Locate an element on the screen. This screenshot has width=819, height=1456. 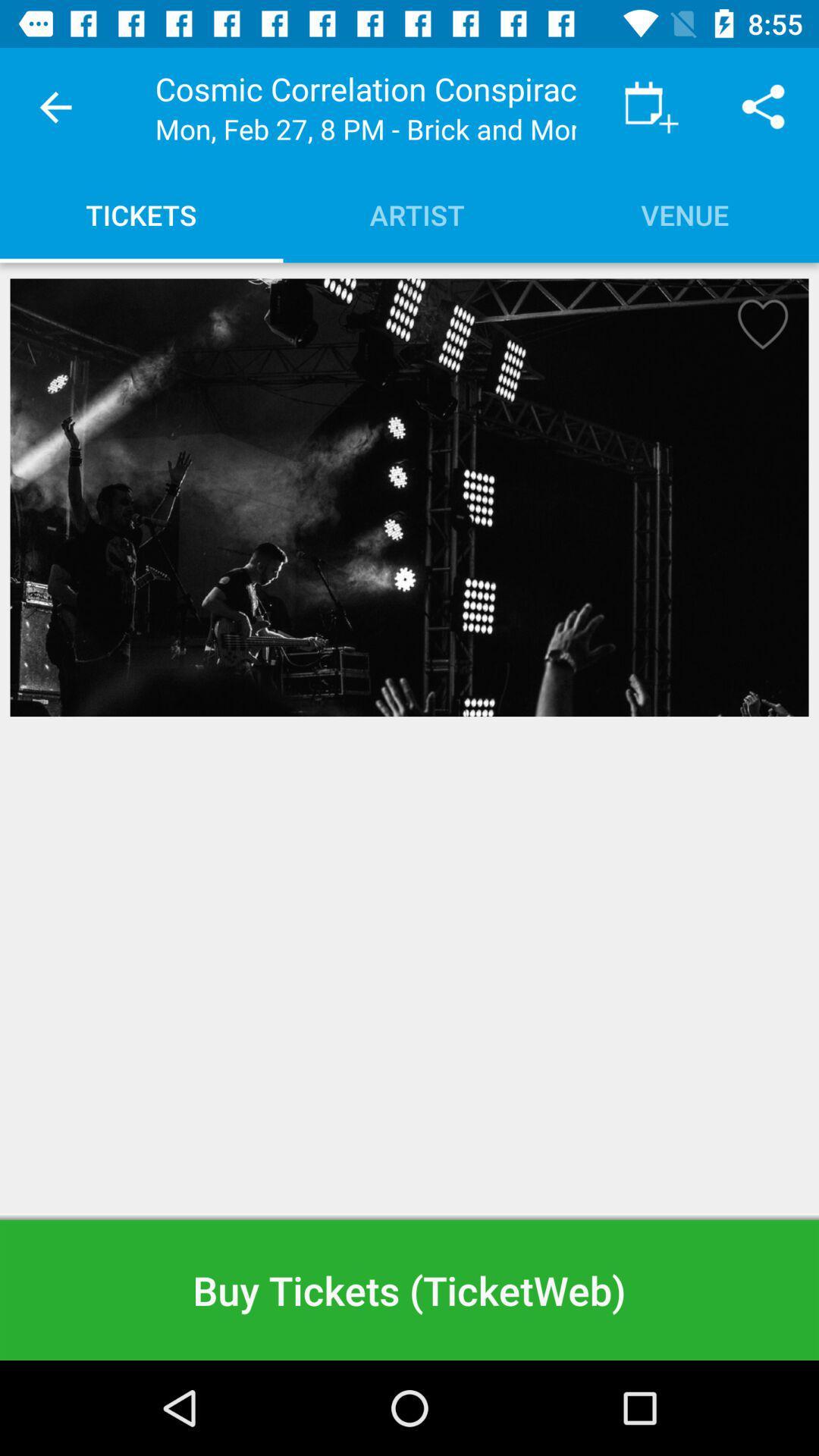
item above venue item is located at coordinates (763, 106).